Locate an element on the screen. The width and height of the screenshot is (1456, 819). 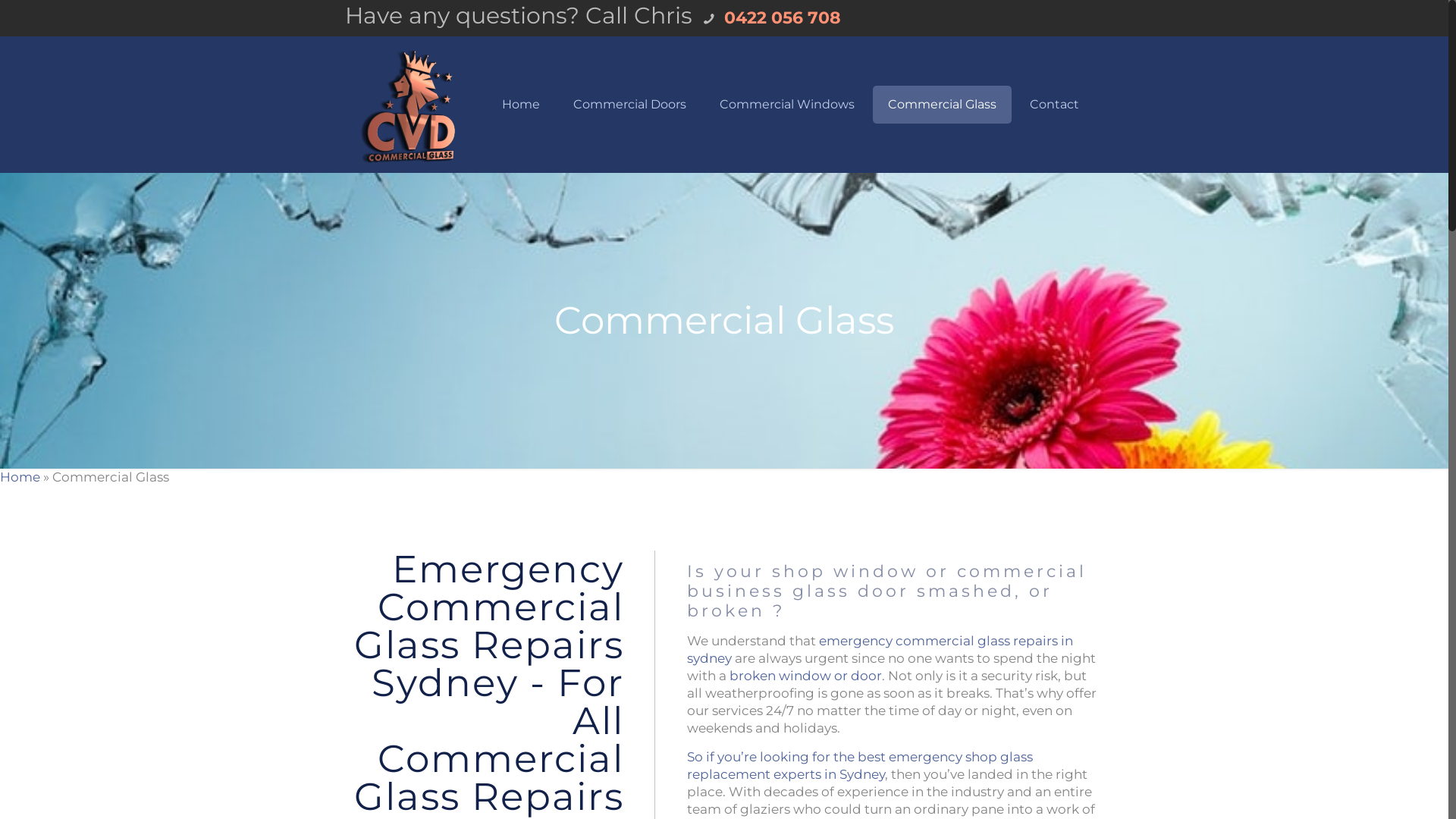
'0422 056 708' is located at coordinates (719, 17).